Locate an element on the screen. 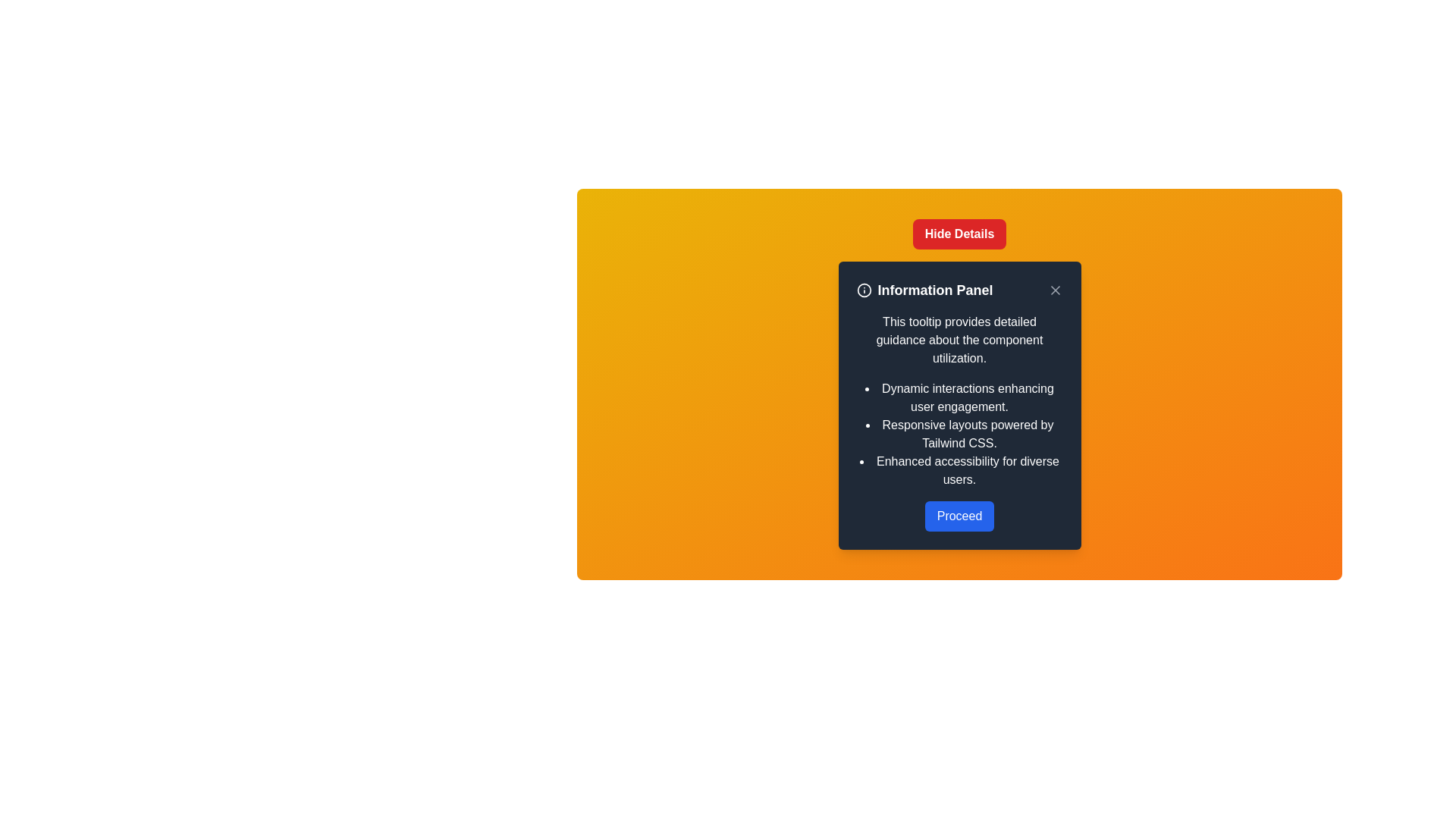 This screenshot has width=1456, height=819. the confirm button located at the bottom center of the 'Information Panel' is located at coordinates (959, 516).